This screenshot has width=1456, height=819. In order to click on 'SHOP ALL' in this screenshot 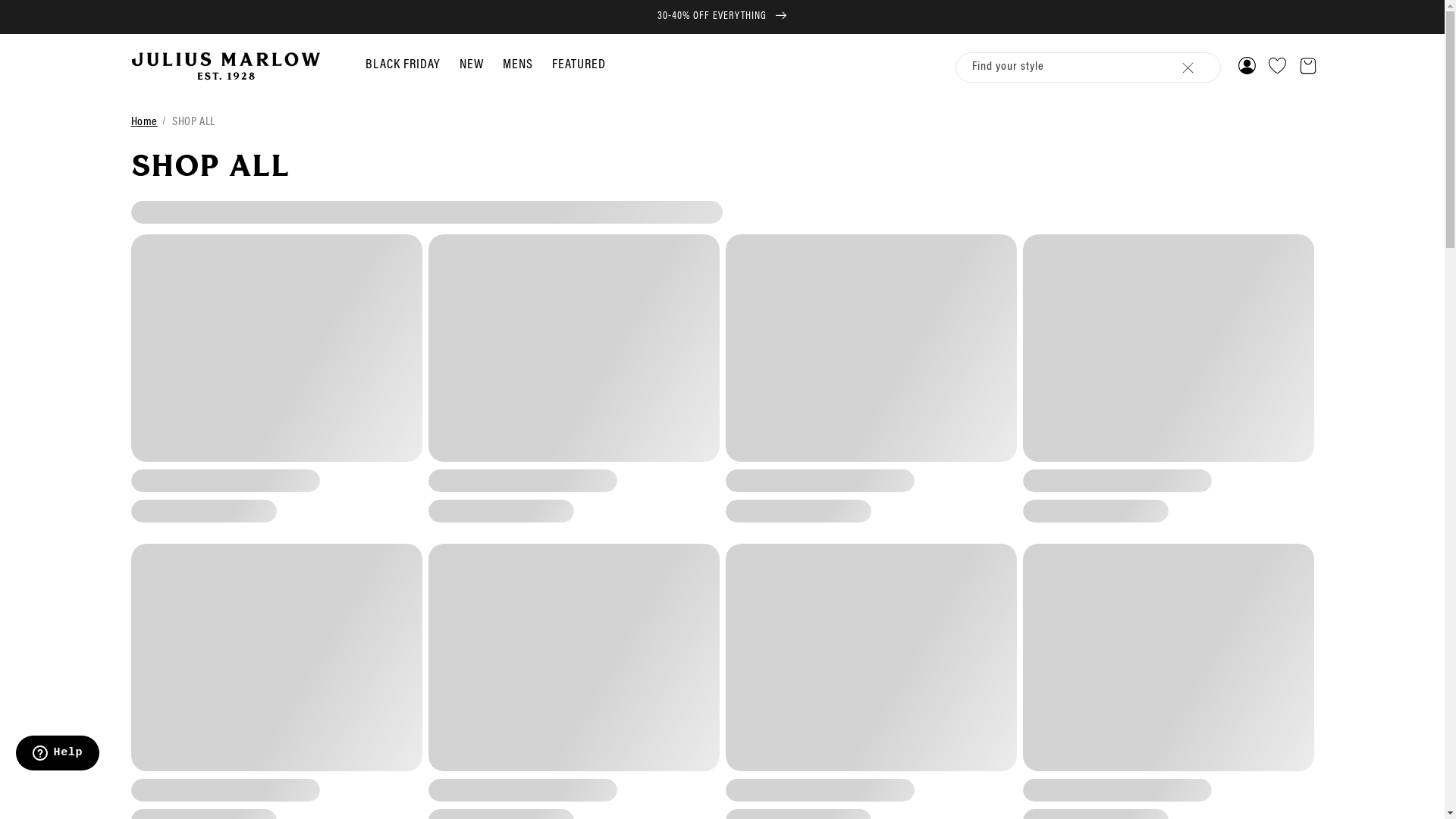, I will do `click(171, 121)`.